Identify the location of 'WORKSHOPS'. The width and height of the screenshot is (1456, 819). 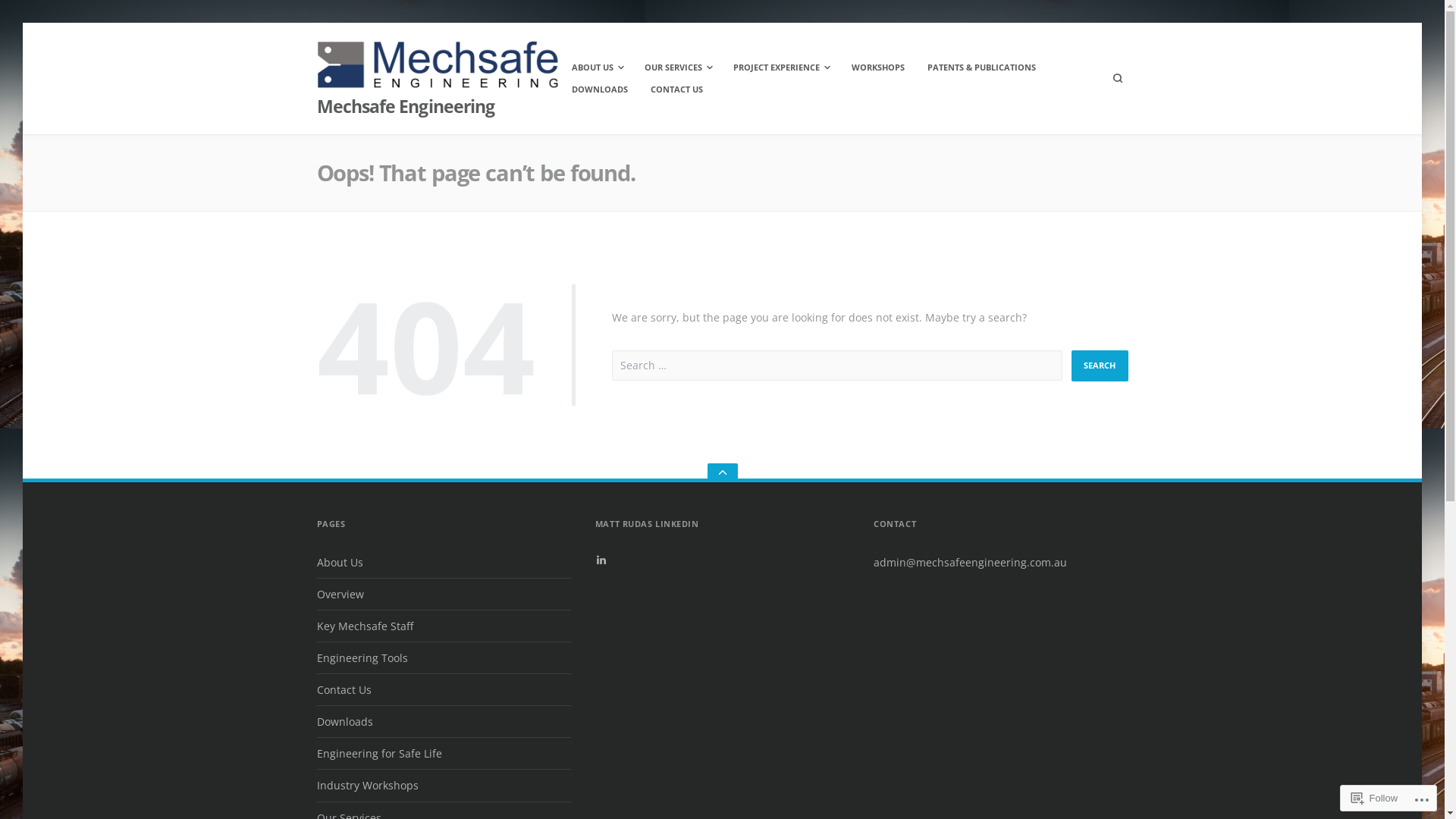
(877, 66).